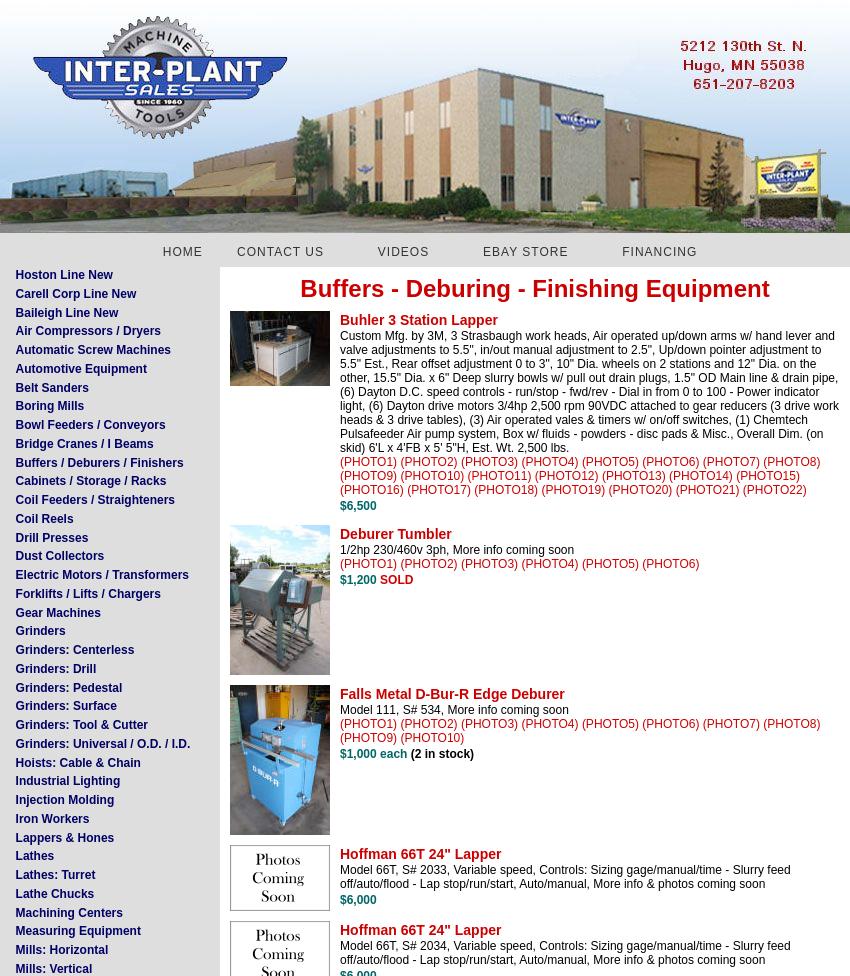  I want to click on 'Drill Presses', so click(51, 536).